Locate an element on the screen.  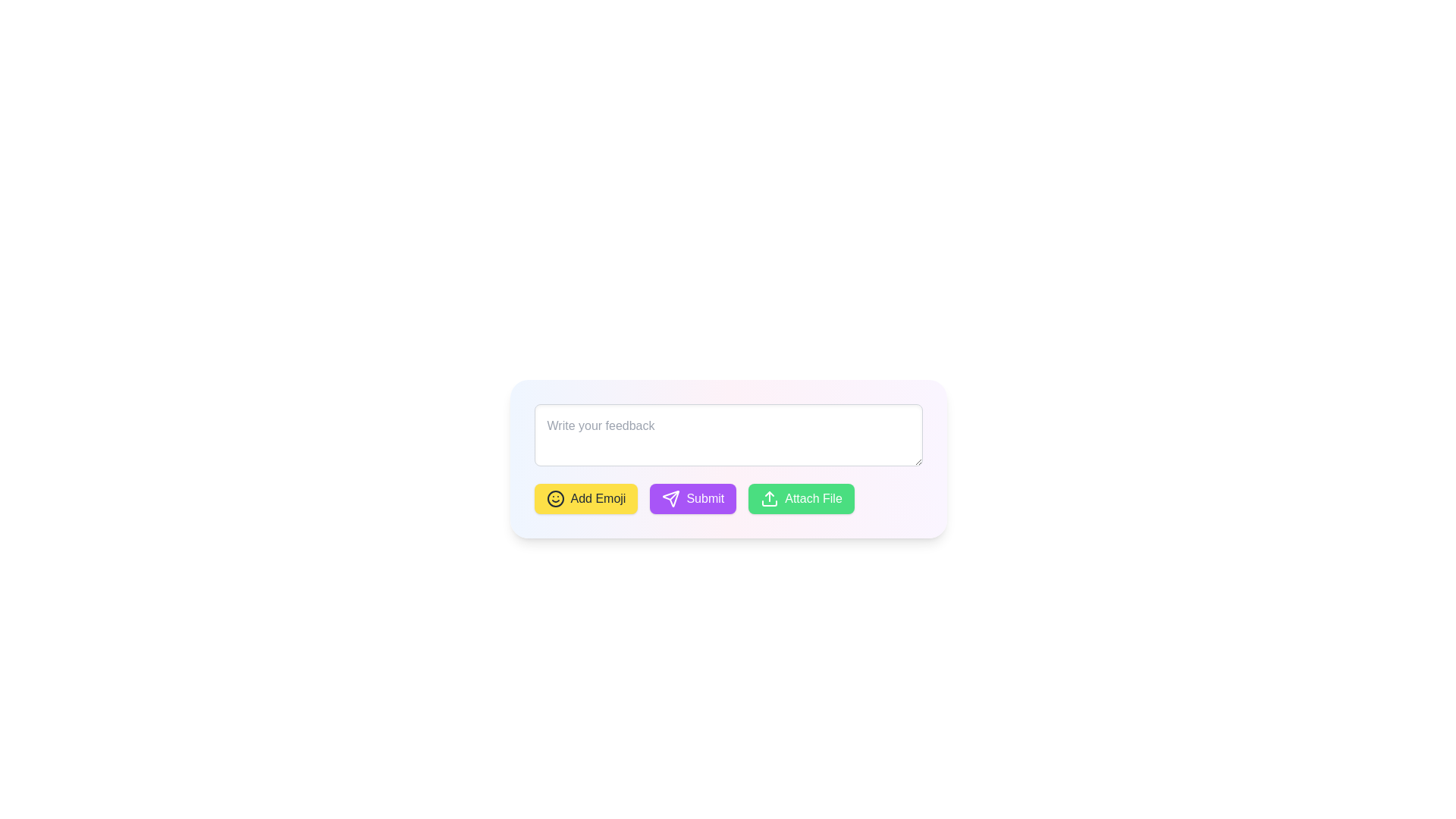
the horizontal line at the bottom of the upload icon, located to the right of the 'Attach File' button is located at coordinates (770, 503).